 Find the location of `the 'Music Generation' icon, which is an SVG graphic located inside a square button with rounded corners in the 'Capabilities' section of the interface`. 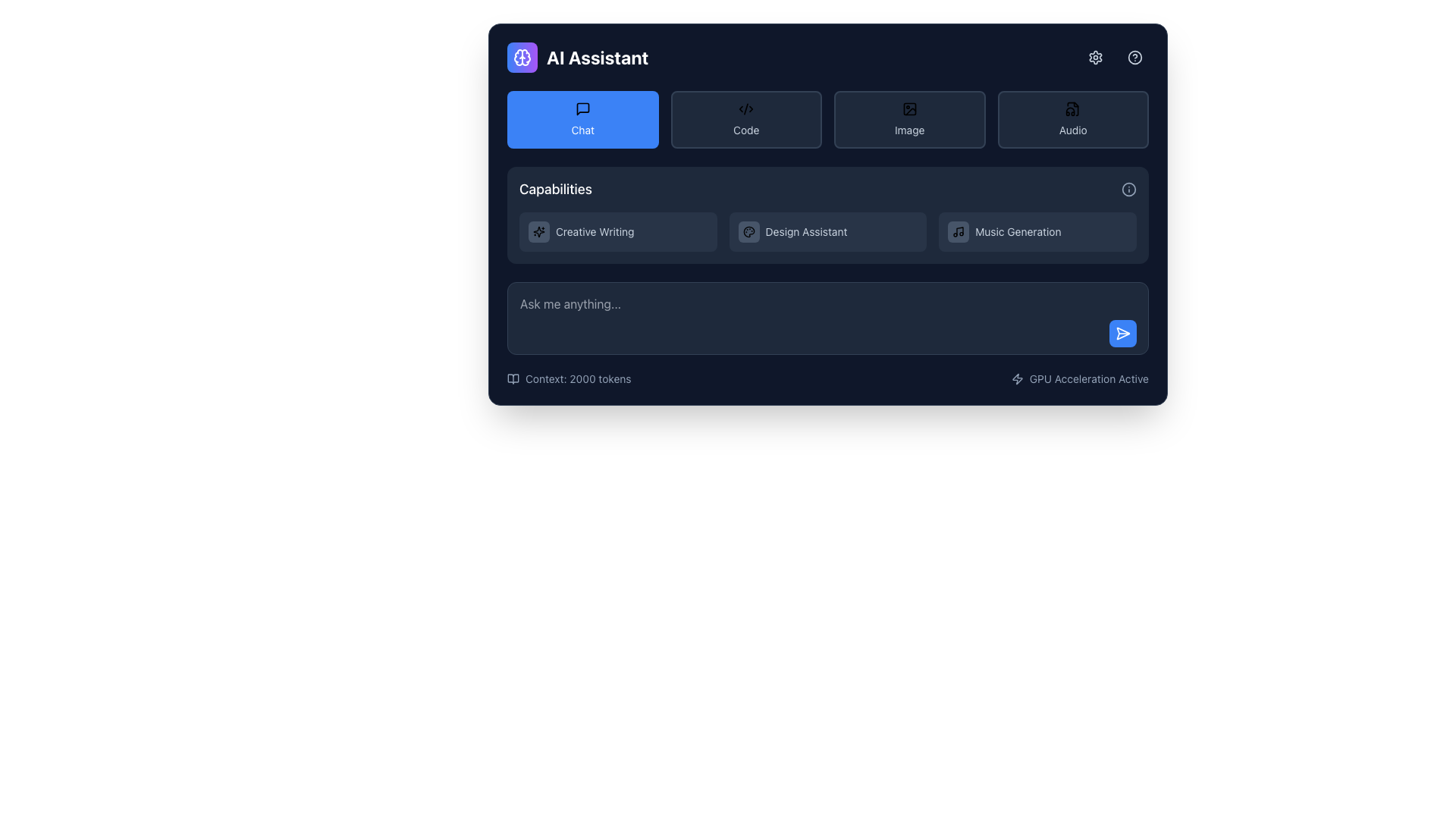

the 'Music Generation' icon, which is an SVG graphic located inside a square button with rounded corners in the 'Capabilities' section of the interface is located at coordinates (958, 231).